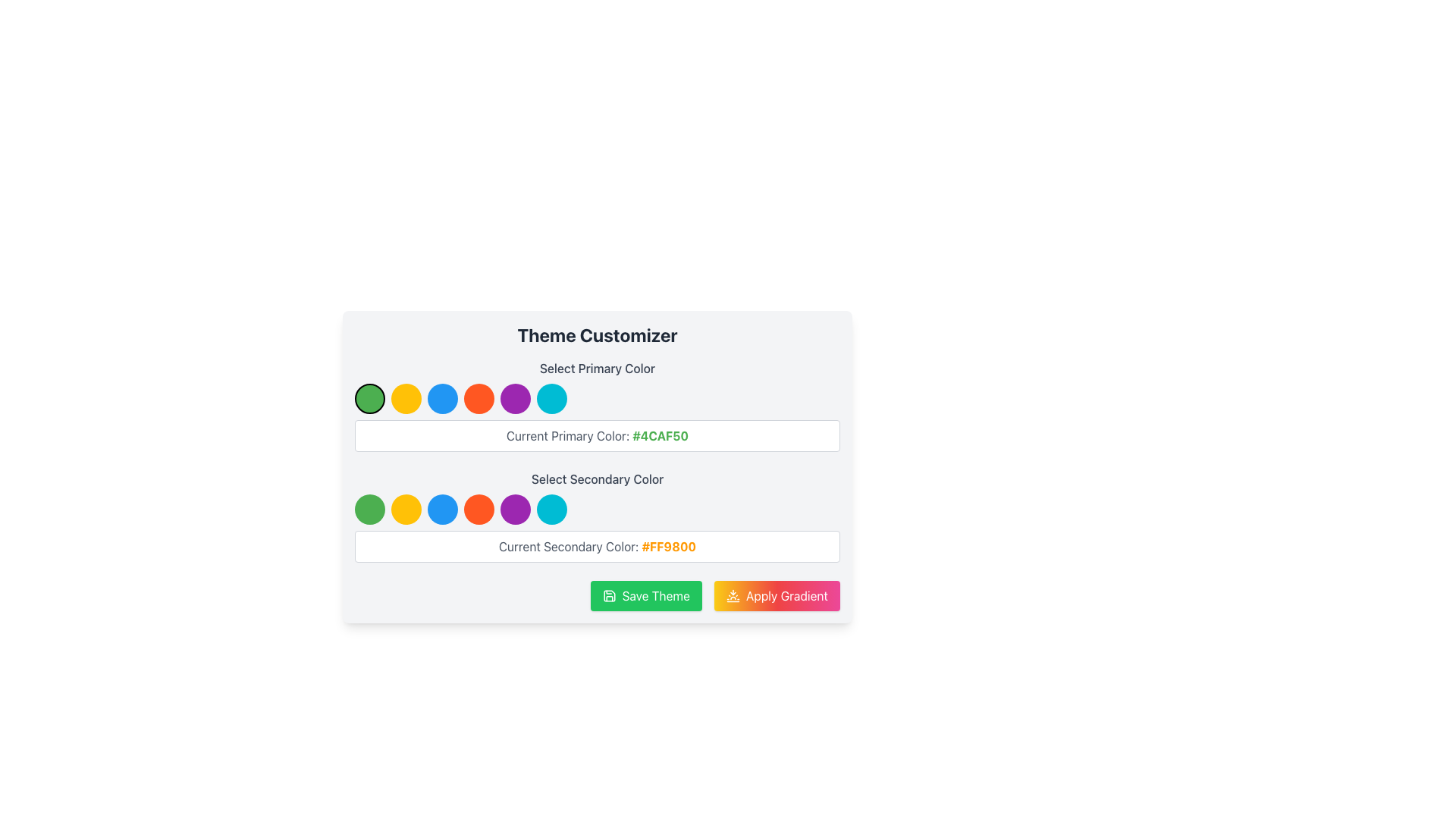  I want to click on the circular purple button in the 'Select Secondary Color' section, so click(516, 509).